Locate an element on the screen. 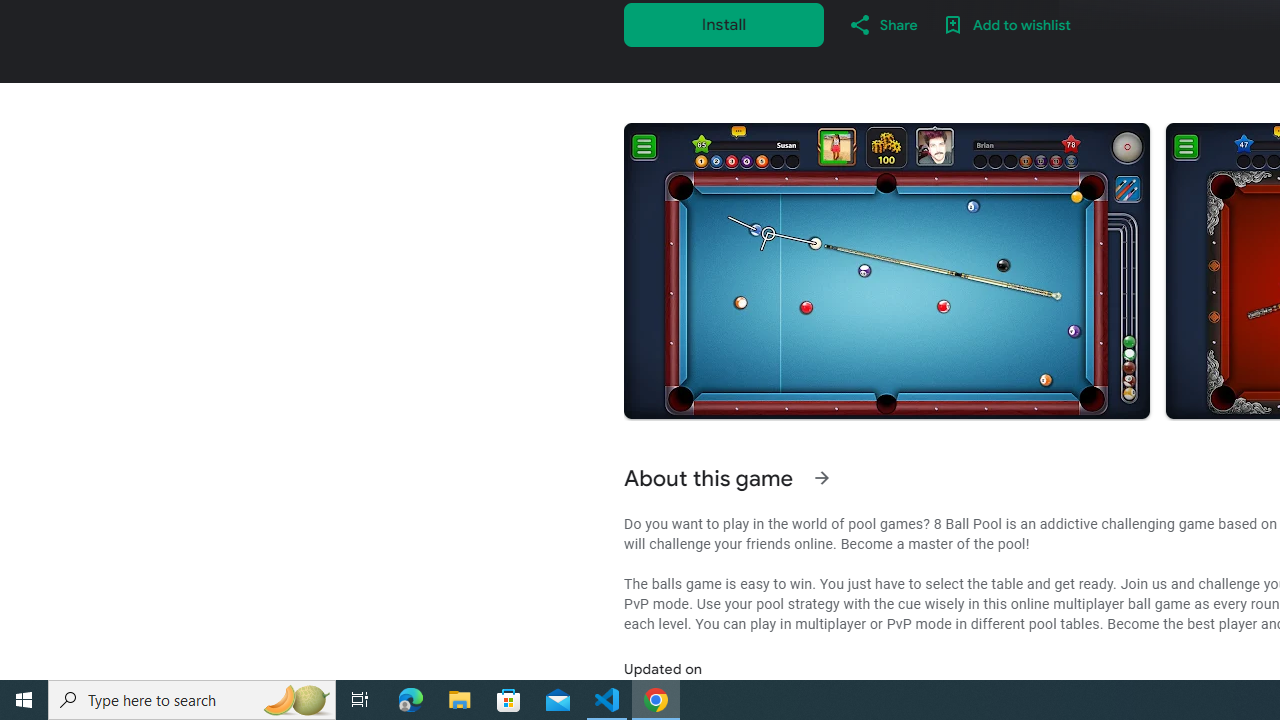 The height and width of the screenshot is (720, 1280). 'Install' is located at coordinates (722, 24).